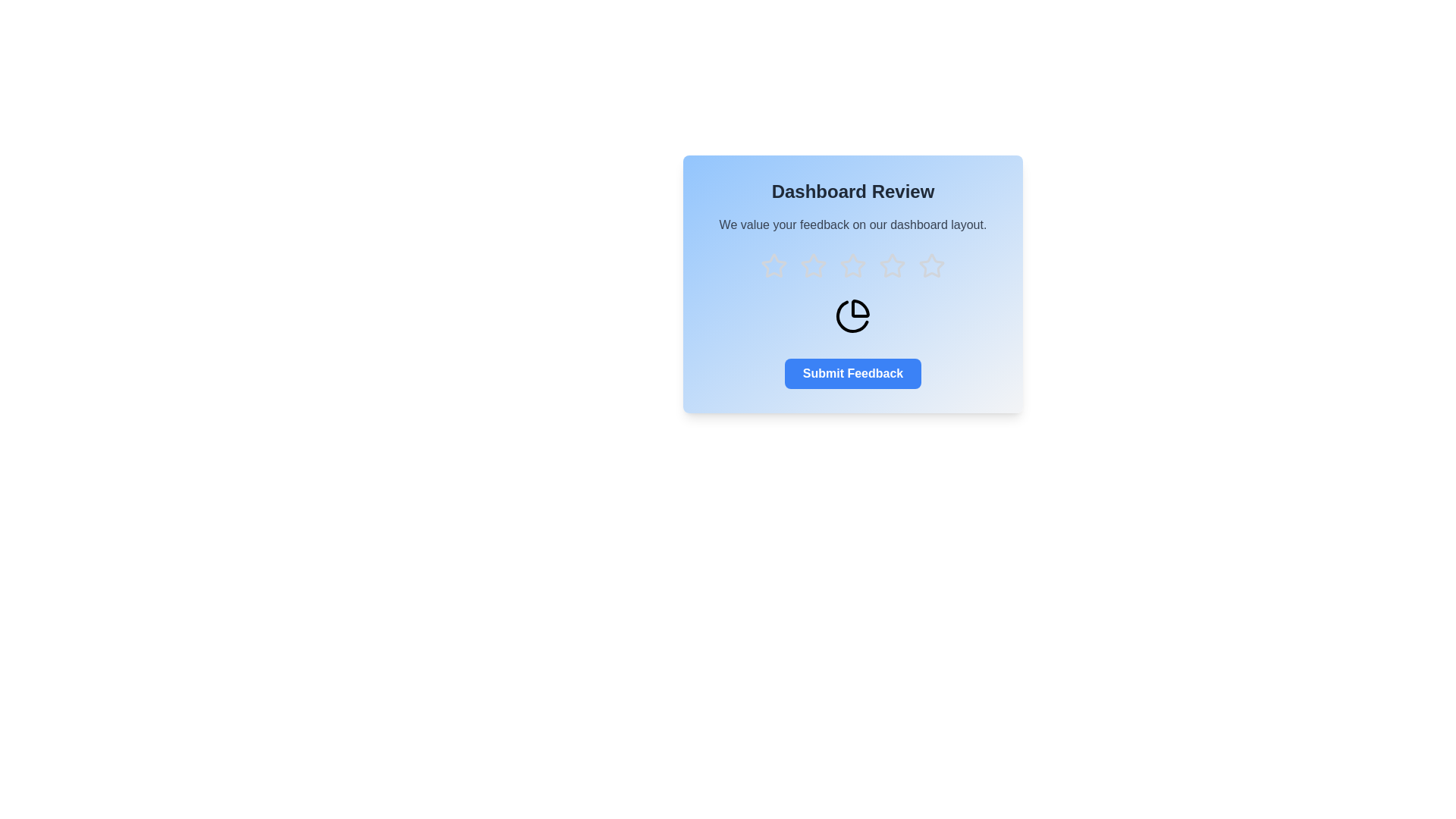  Describe the element at coordinates (774, 265) in the screenshot. I see `the star corresponding to the rating 1` at that location.